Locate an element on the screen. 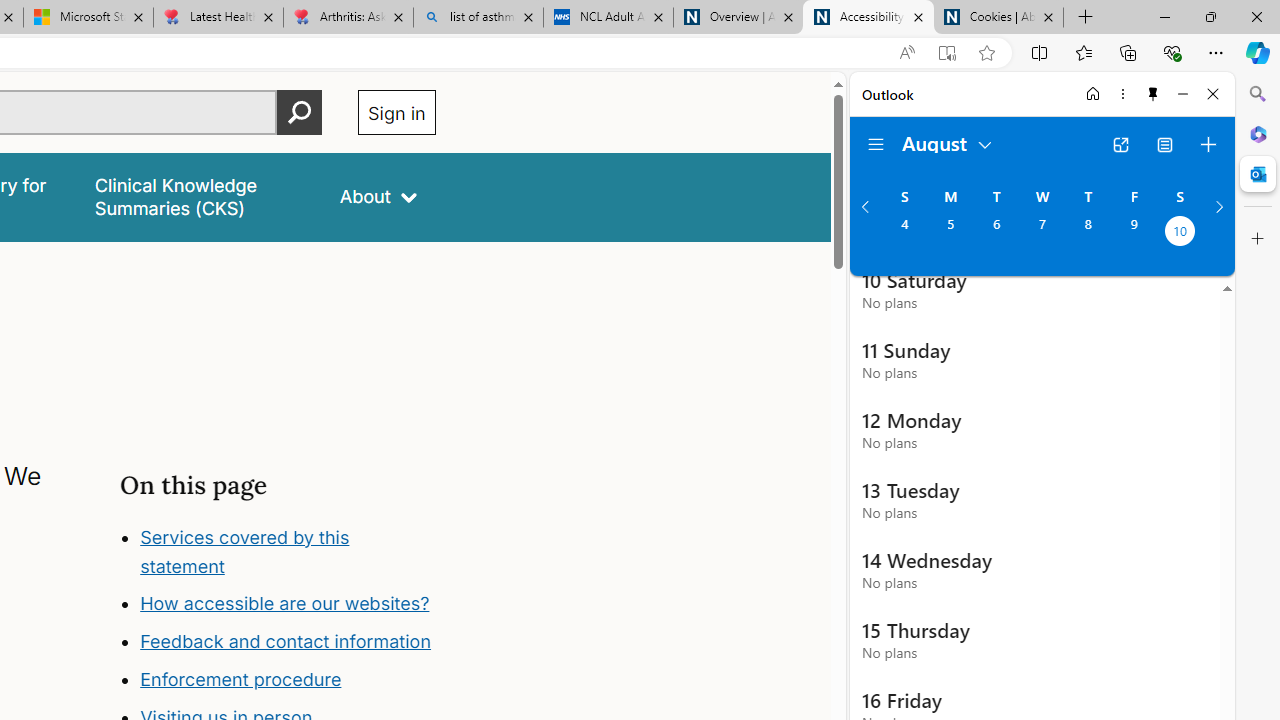 Image resolution: width=1280 pixels, height=720 pixels. 'Feedback and contact information' is located at coordinates (285, 641).